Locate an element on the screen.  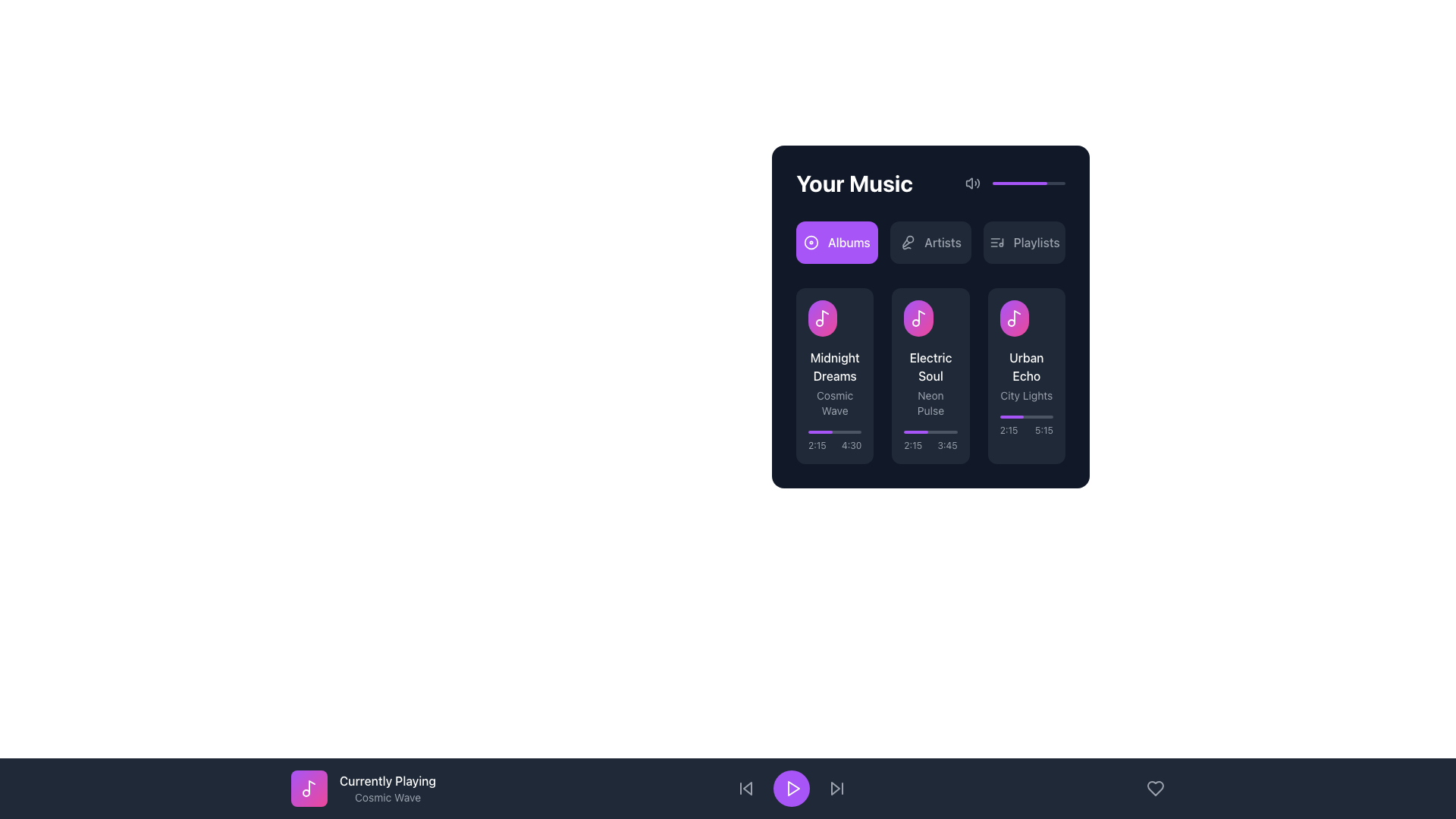
time information displayed in the text label element showing '5:15' in light gray font on a dark background, located in the bottom section of the 'Urban Echo' album card is located at coordinates (1043, 430).